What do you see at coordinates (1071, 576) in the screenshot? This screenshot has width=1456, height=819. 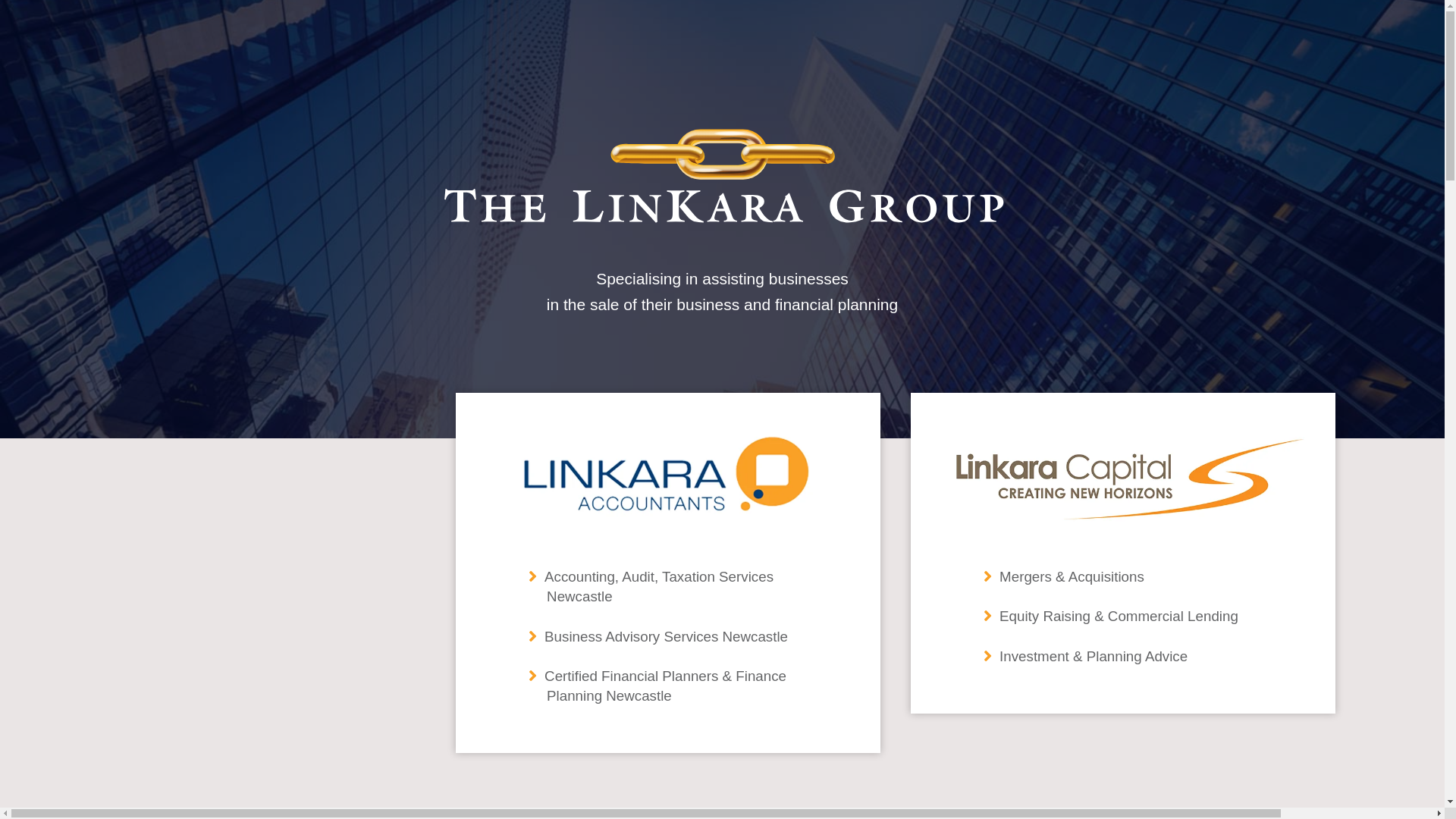 I see `'Mergers & Acquisitions'` at bounding box center [1071, 576].